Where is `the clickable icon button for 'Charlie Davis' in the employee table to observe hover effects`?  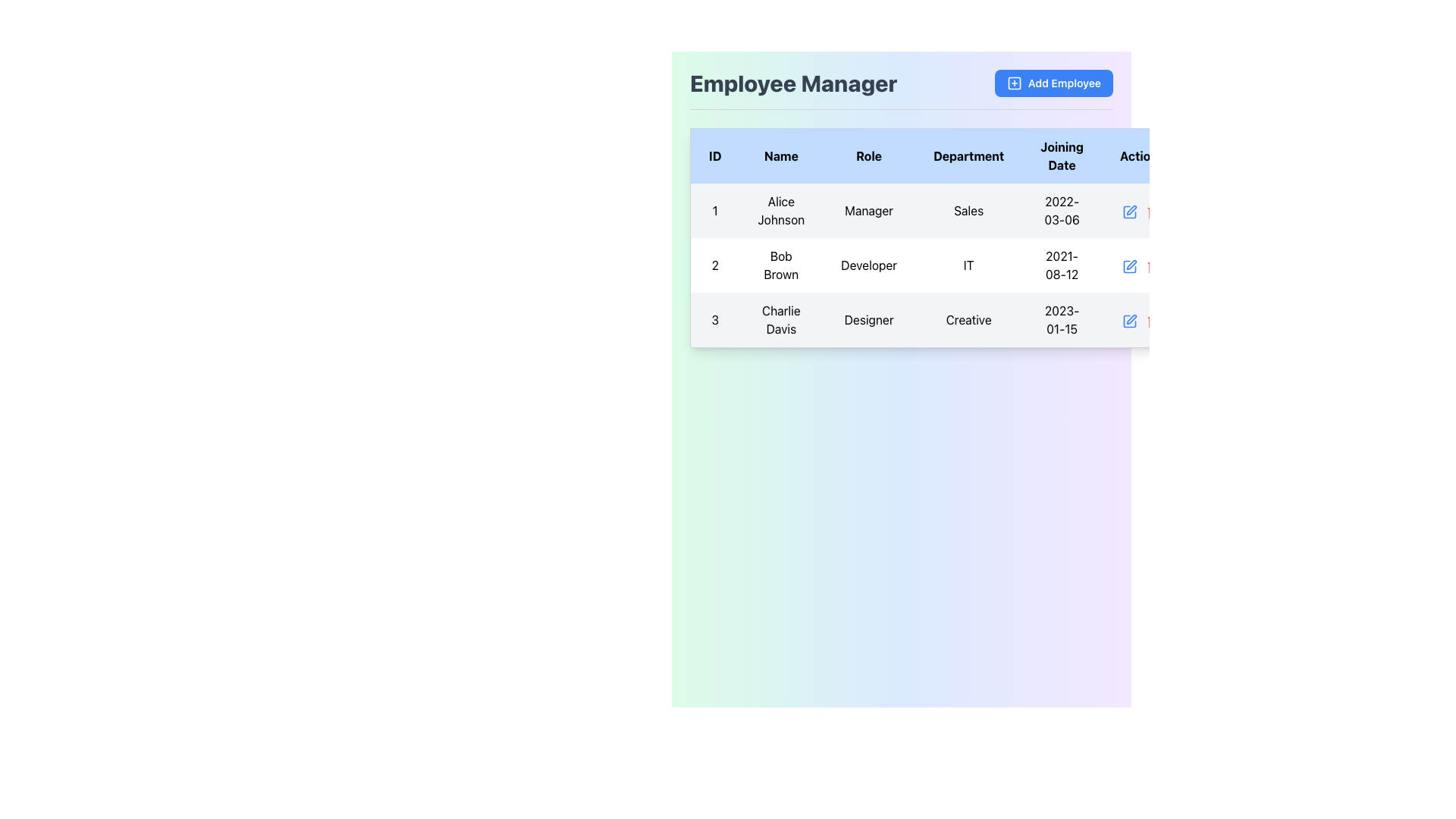
the clickable icon button for 'Charlie Davis' in the employee table to observe hover effects is located at coordinates (1130, 318).